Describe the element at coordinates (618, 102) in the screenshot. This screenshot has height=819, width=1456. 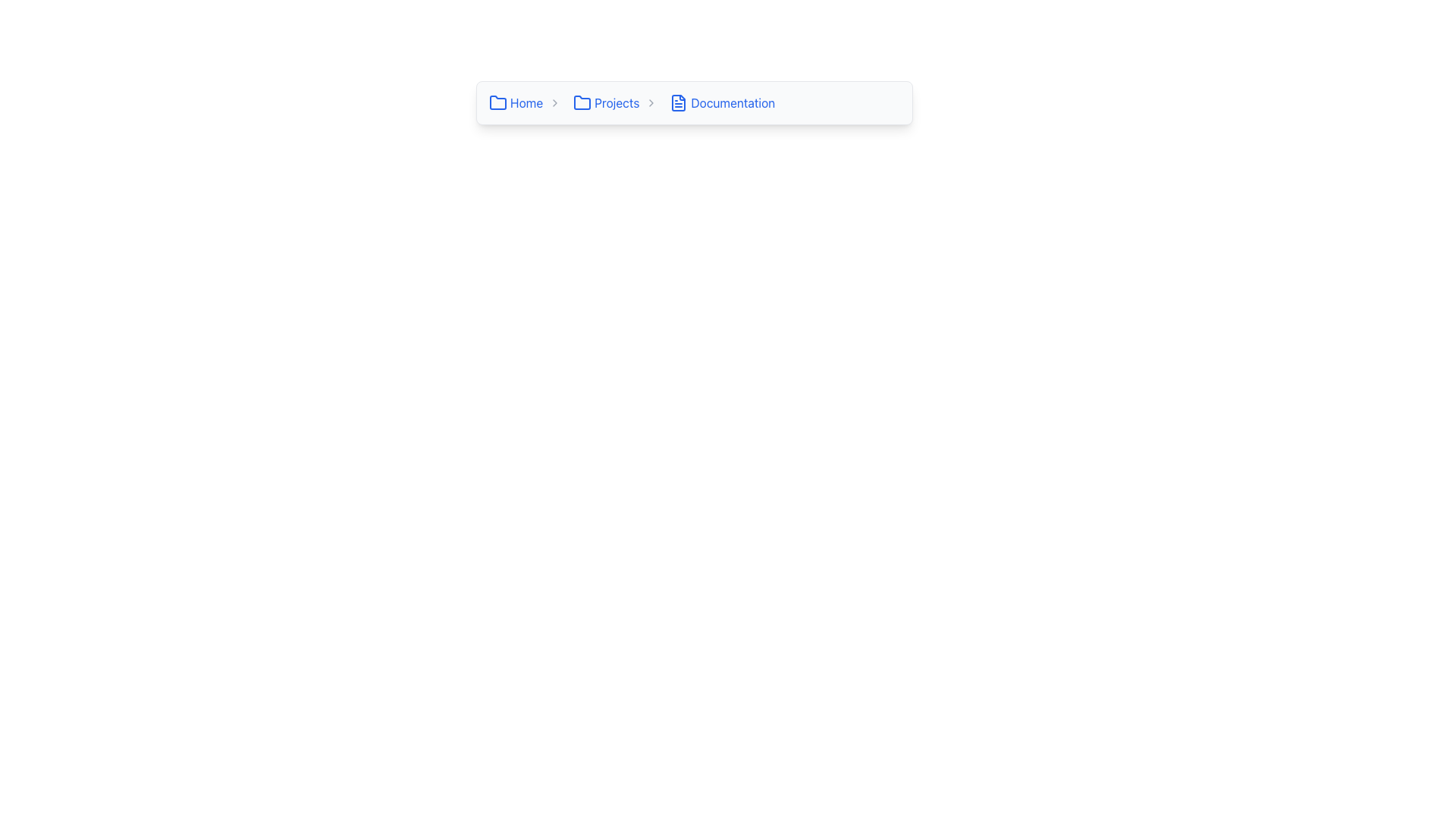
I see `the 'Projects' breadcrumb link, which is the second clickable item in the breadcrumb navigation bar, styled in blue with a folder icon on the left and an arrow on the right` at that location.